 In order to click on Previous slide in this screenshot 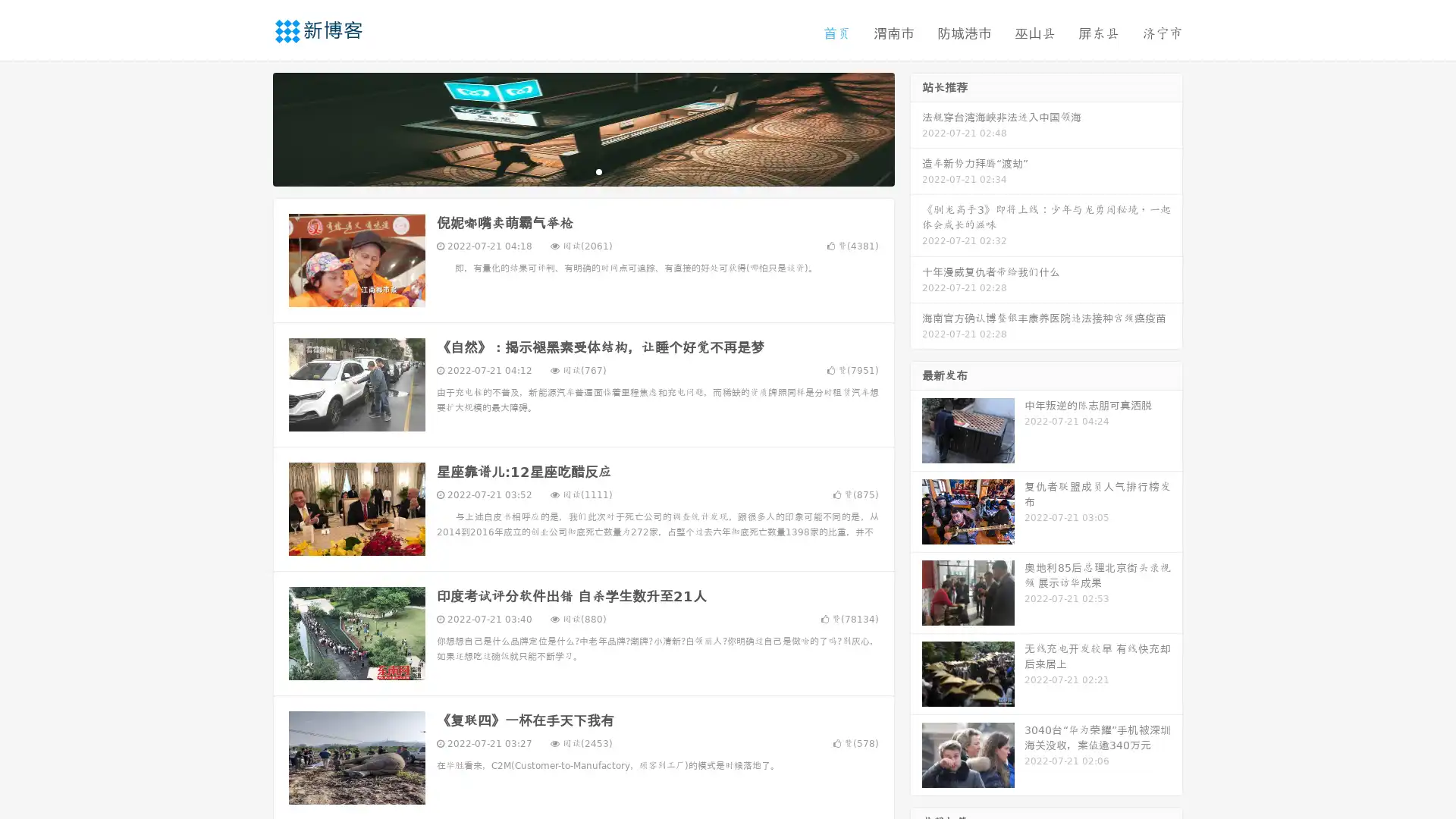, I will do `click(250, 127)`.